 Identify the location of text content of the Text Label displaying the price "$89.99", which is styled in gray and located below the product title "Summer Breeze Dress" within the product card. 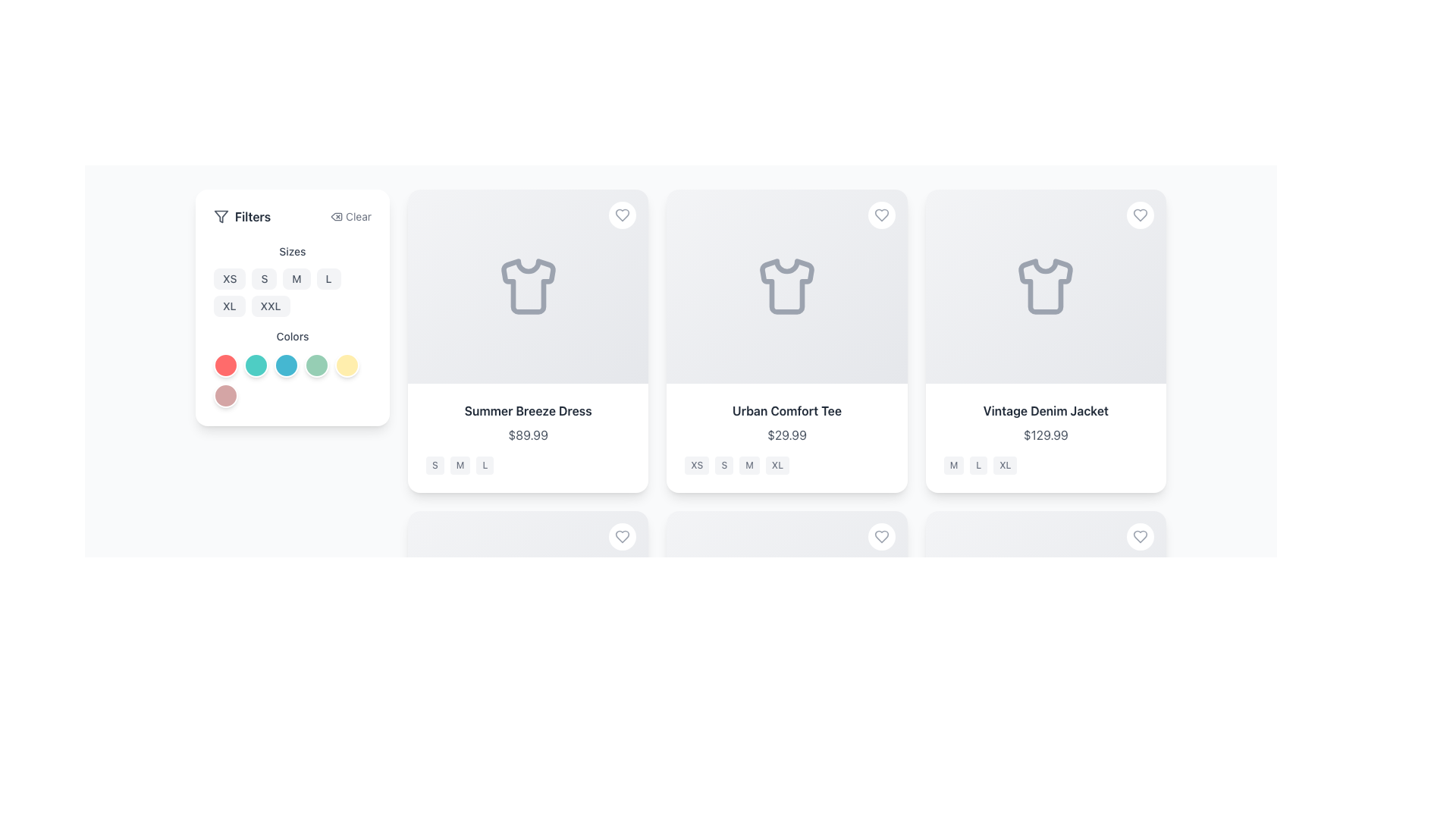
(528, 435).